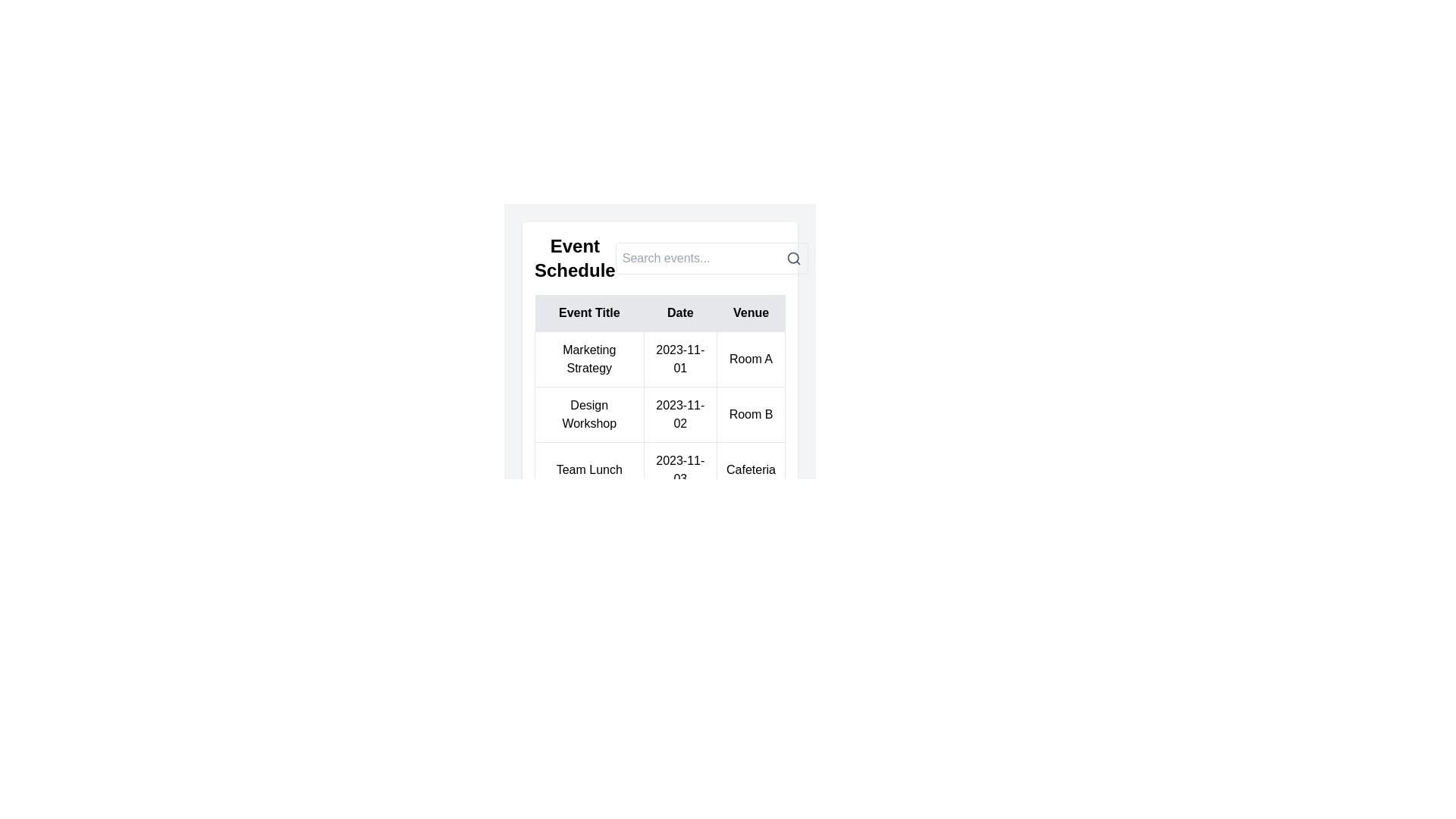  What do you see at coordinates (588, 415) in the screenshot?
I see `the 'Design Workshop' text label located in the second row under the 'Event Title' column of the event schedule table` at bounding box center [588, 415].